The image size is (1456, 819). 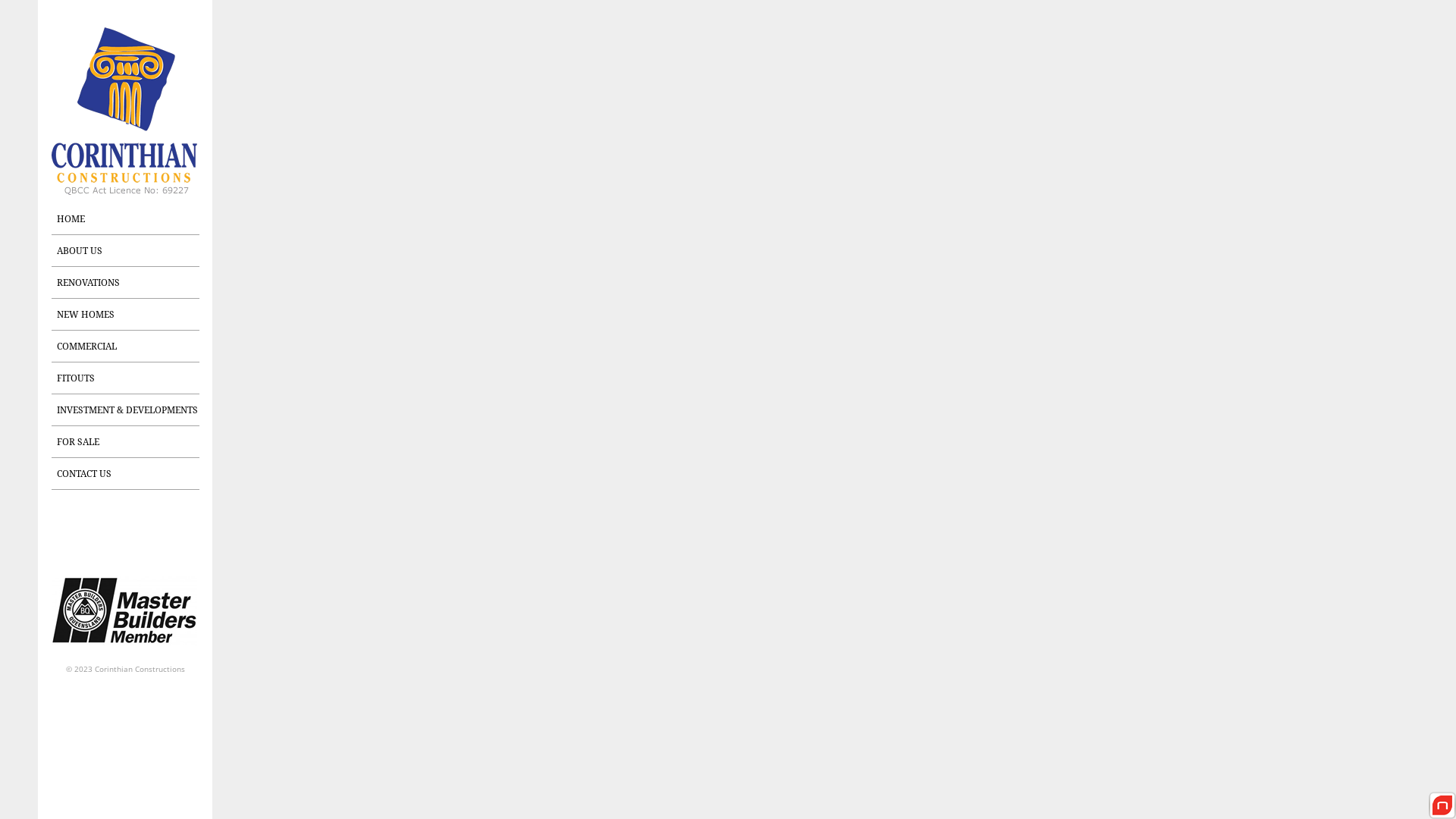 What do you see at coordinates (57, 441) in the screenshot?
I see `'FOR SALE'` at bounding box center [57, 441].